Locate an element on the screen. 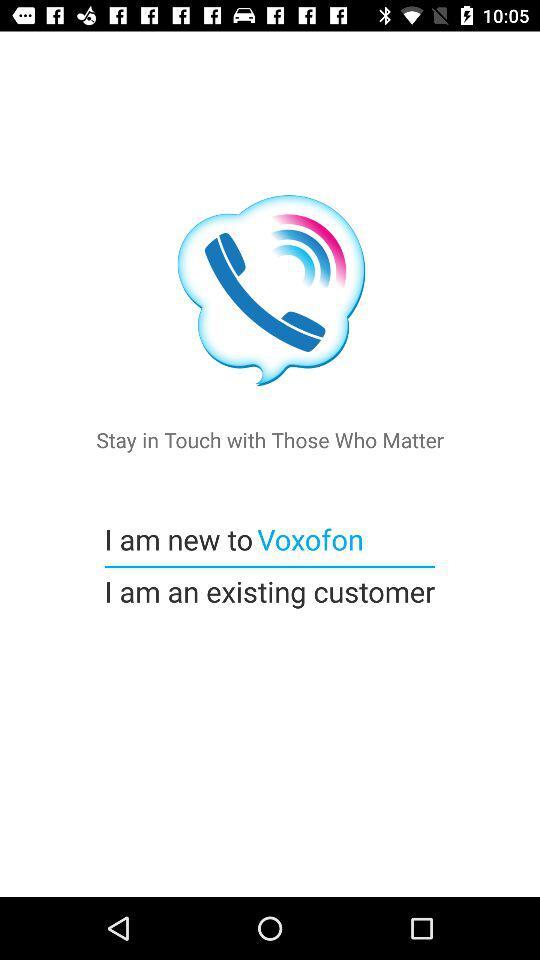 This screenshot has width=540, height=960. the item to the right of the i am new icon is located at coordinates (308, 538).